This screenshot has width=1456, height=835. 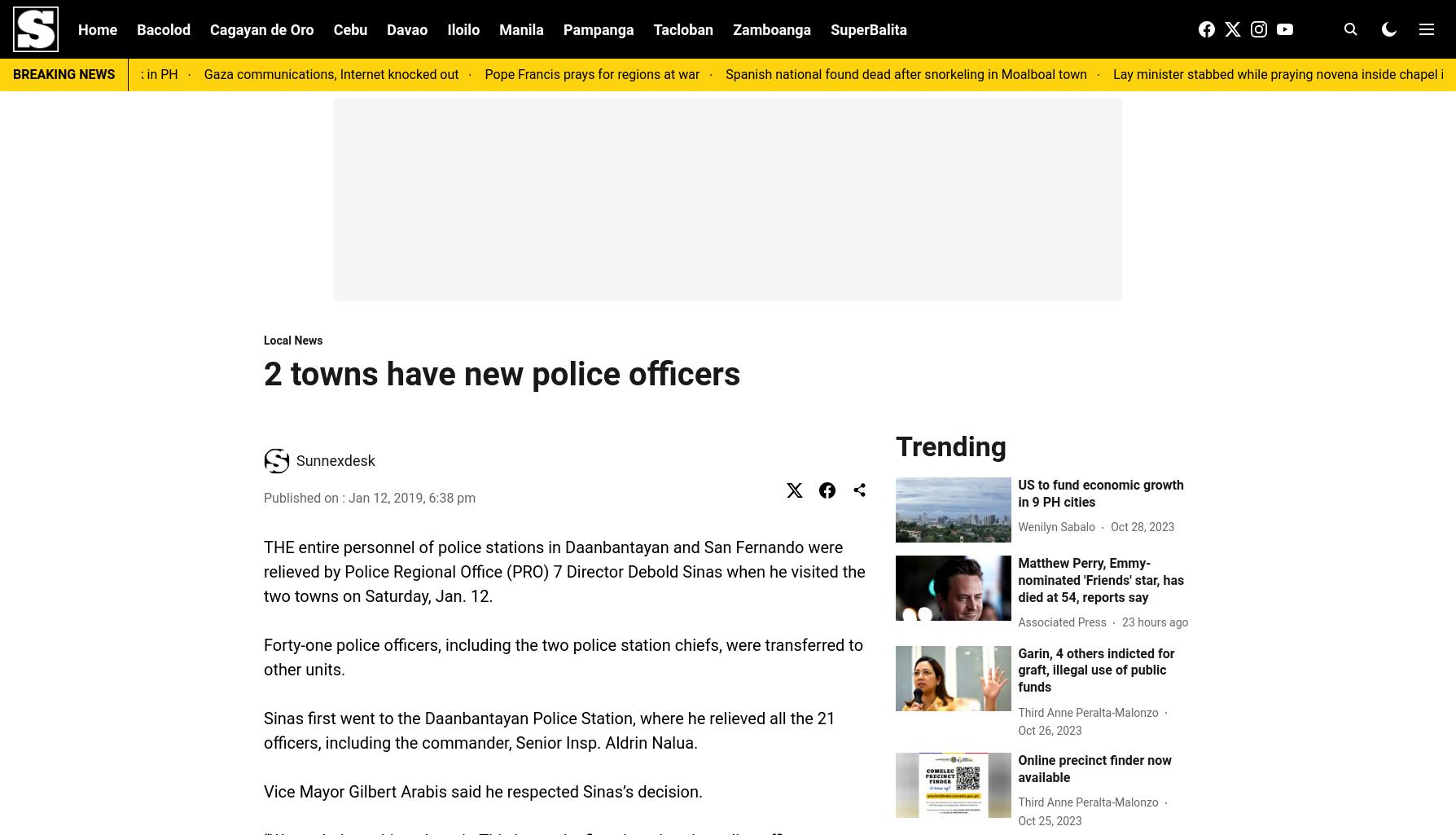 I want to click on '2 towns have new police officers', so click(x=502, y=373).